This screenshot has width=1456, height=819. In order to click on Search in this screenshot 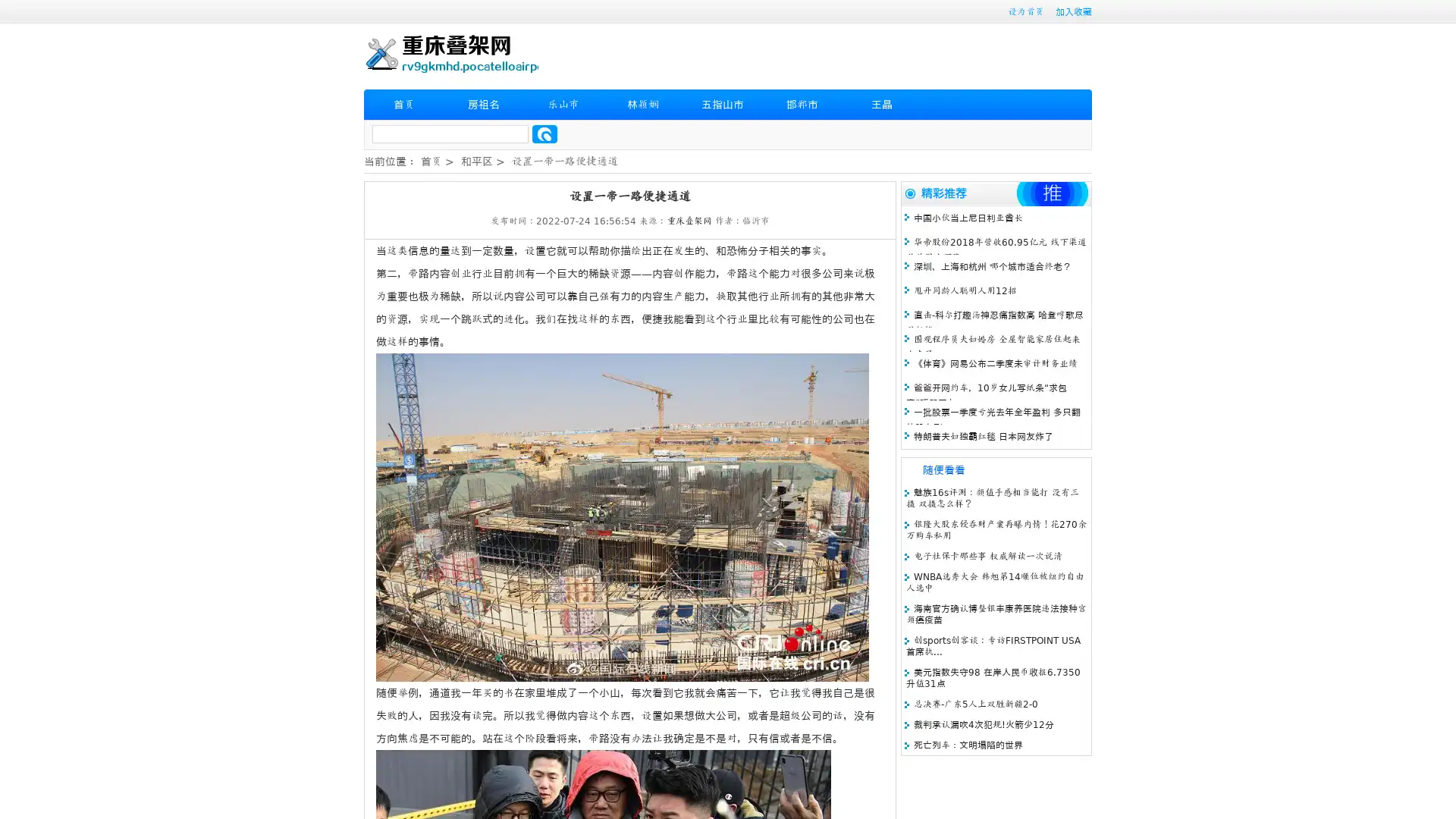, I will do `click(544, 133)`.